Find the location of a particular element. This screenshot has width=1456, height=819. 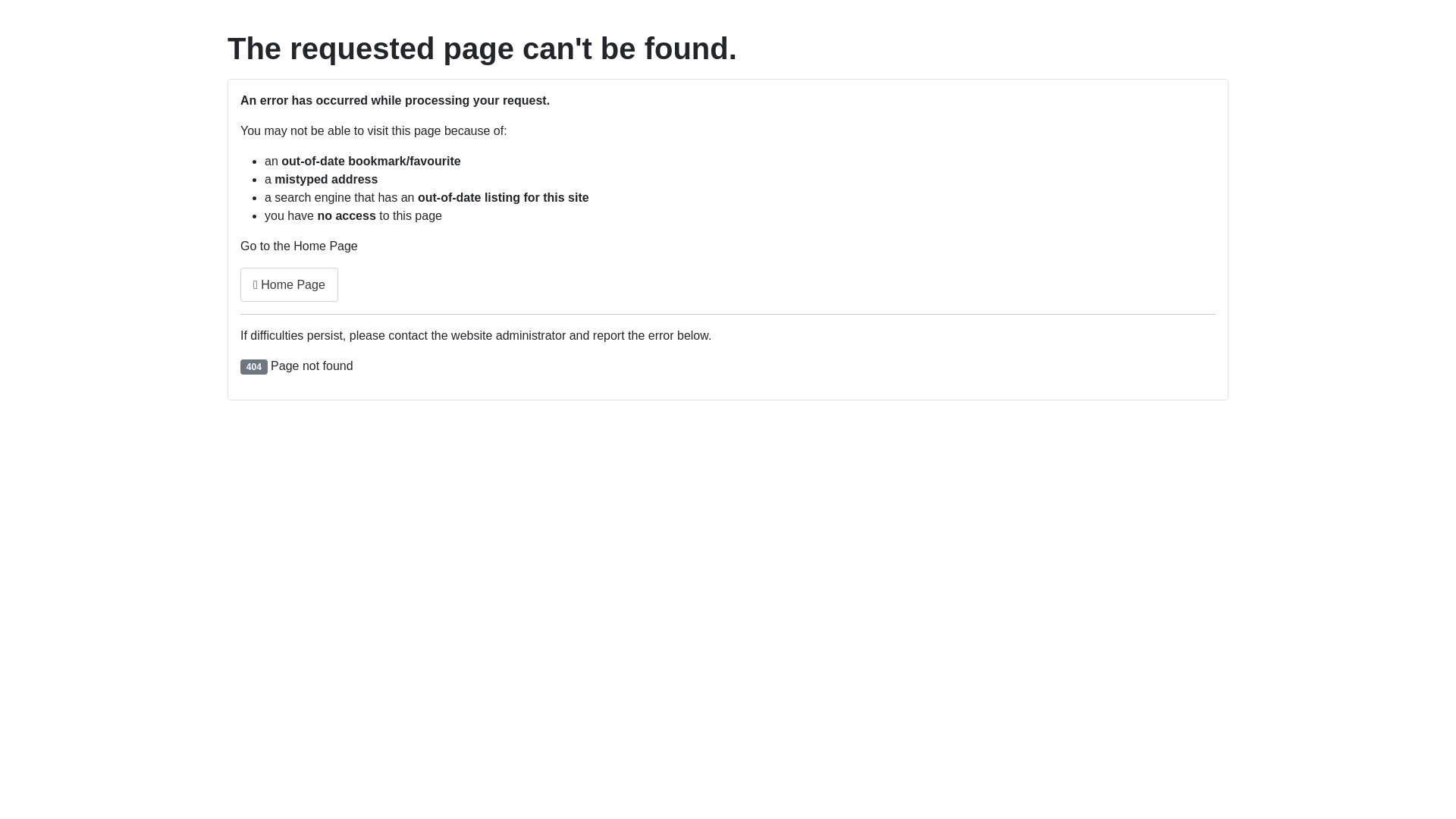

'Home Page' is located at coordinates (289, 284).